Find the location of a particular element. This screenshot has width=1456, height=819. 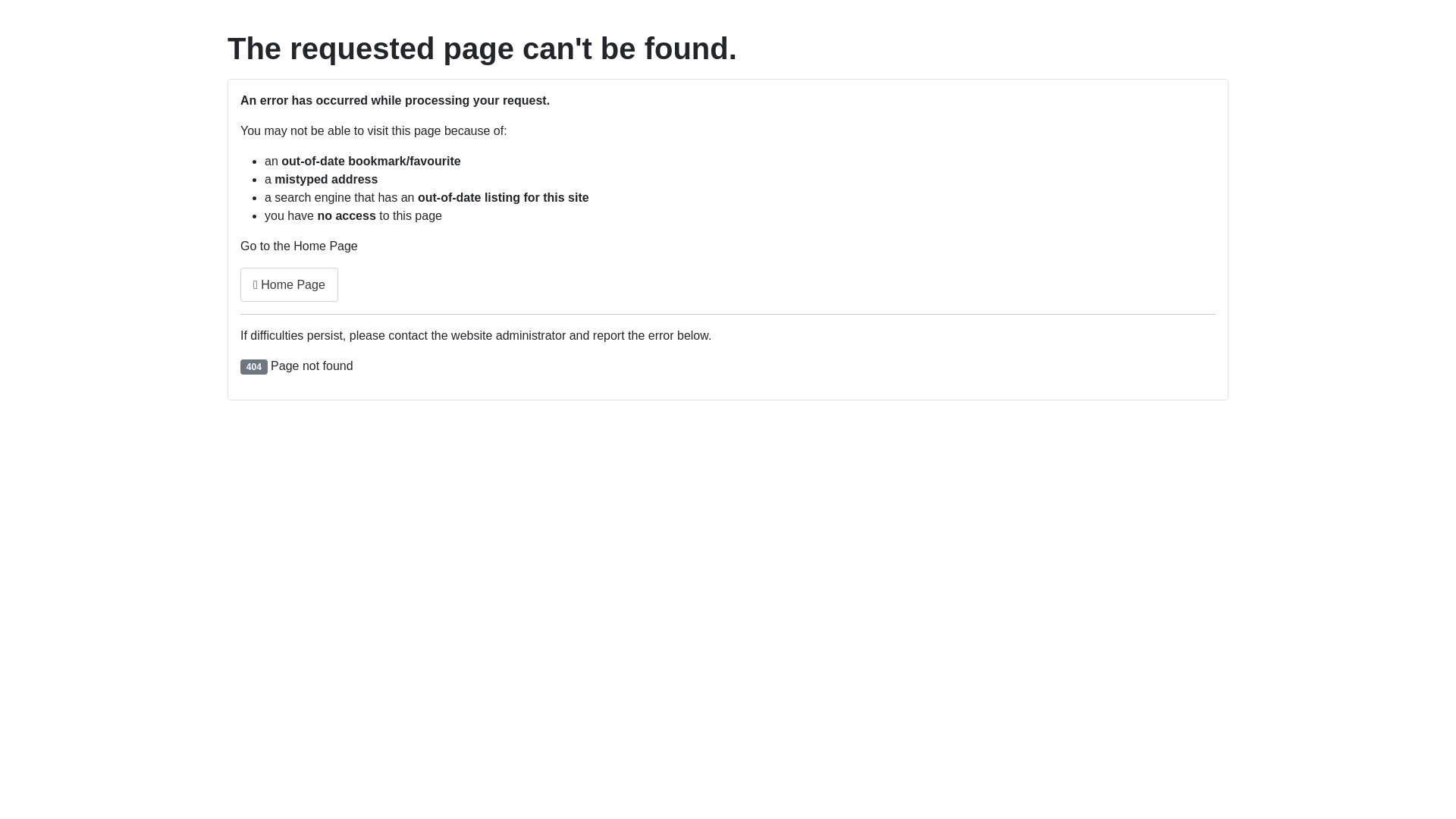

'Home Page' is located at coordinates (289, 284).